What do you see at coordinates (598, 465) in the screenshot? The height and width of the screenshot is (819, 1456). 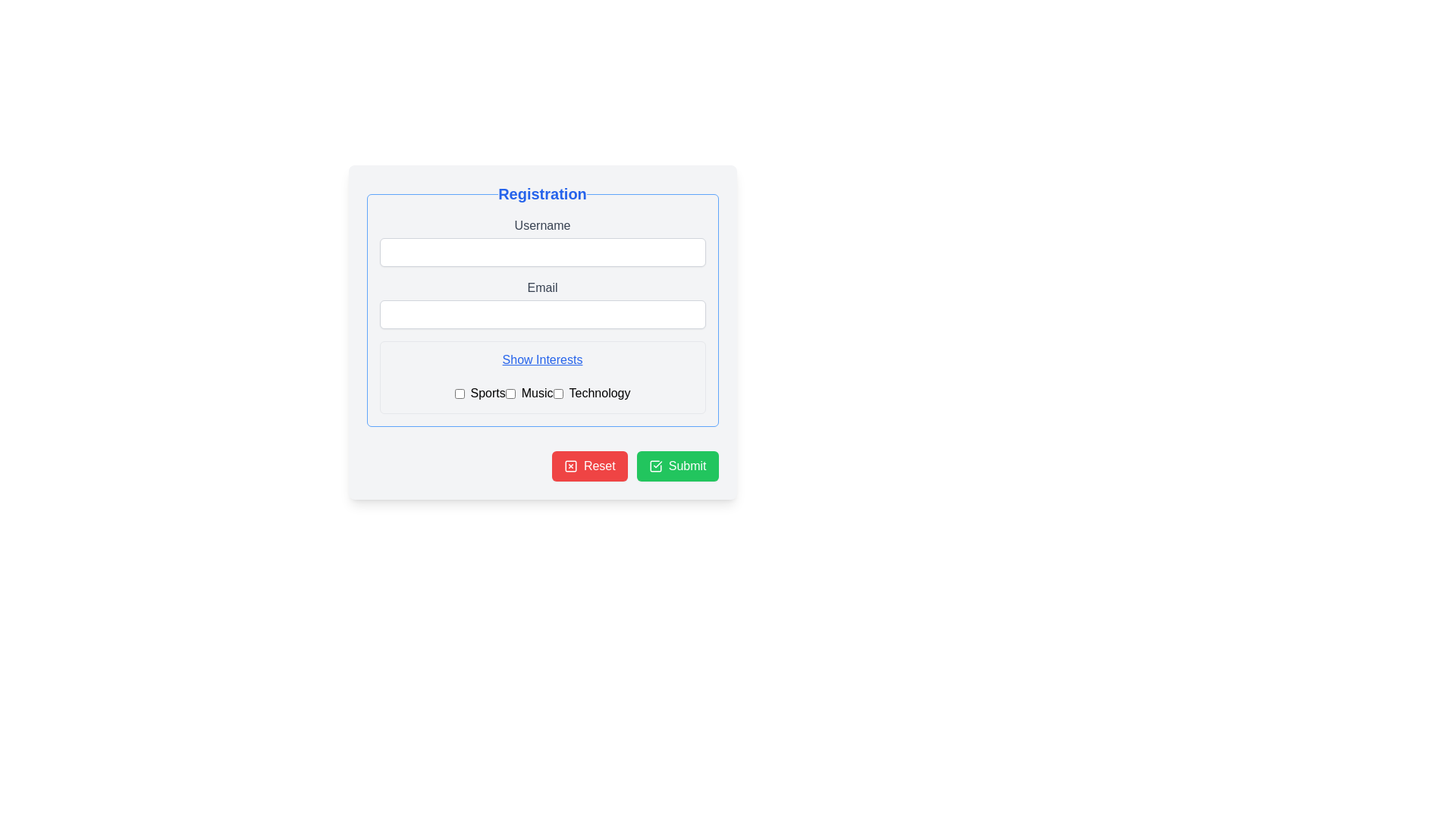 I see `the 'Reset' text label within the button located in the bottom-left corner of the form, adjacent to the green 'Submit' button` at bounding box center [598, 465].